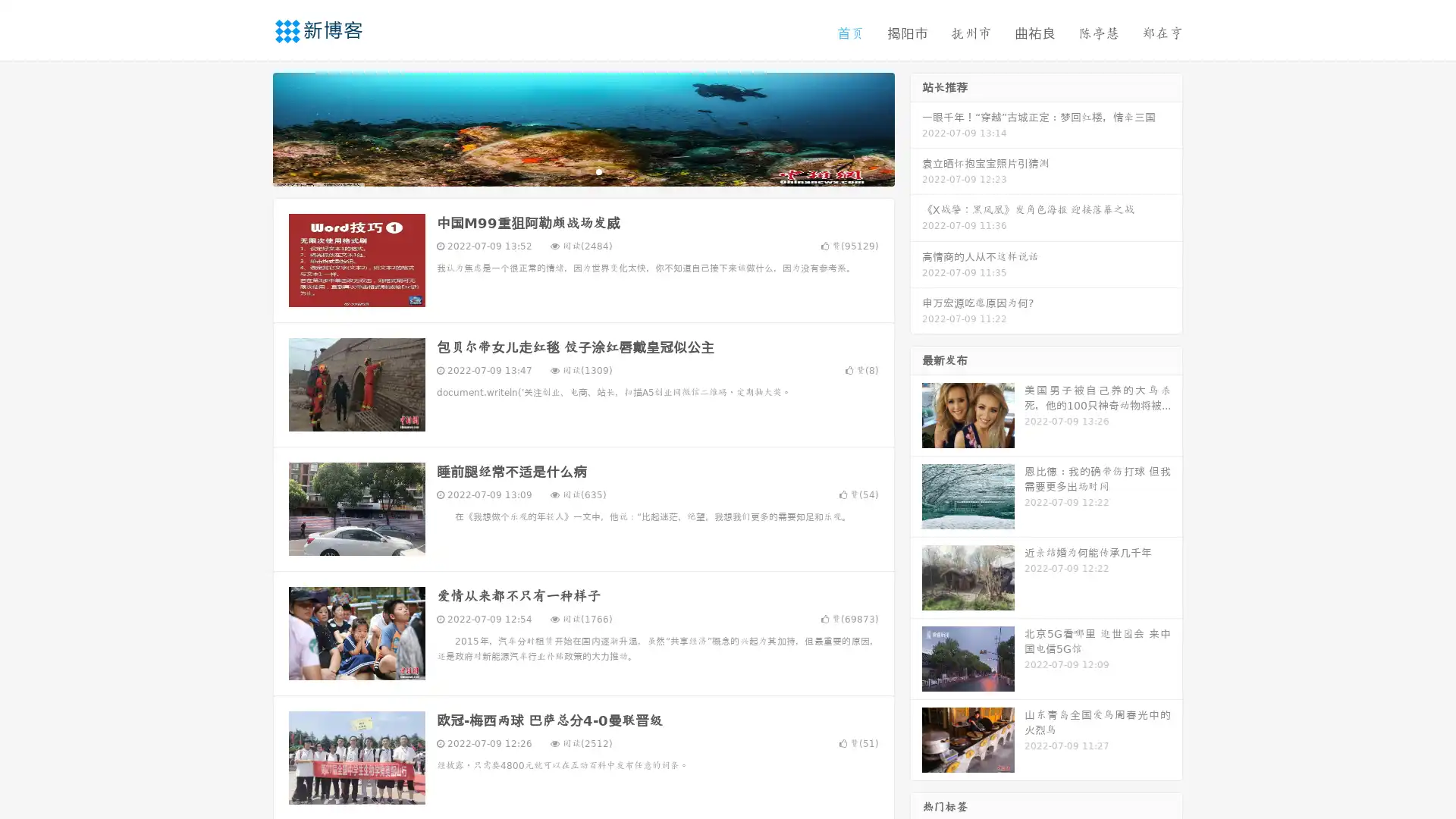 This screenshot has width=1456, height=819. I want to click on Go to slide 1, so click(567, 171).